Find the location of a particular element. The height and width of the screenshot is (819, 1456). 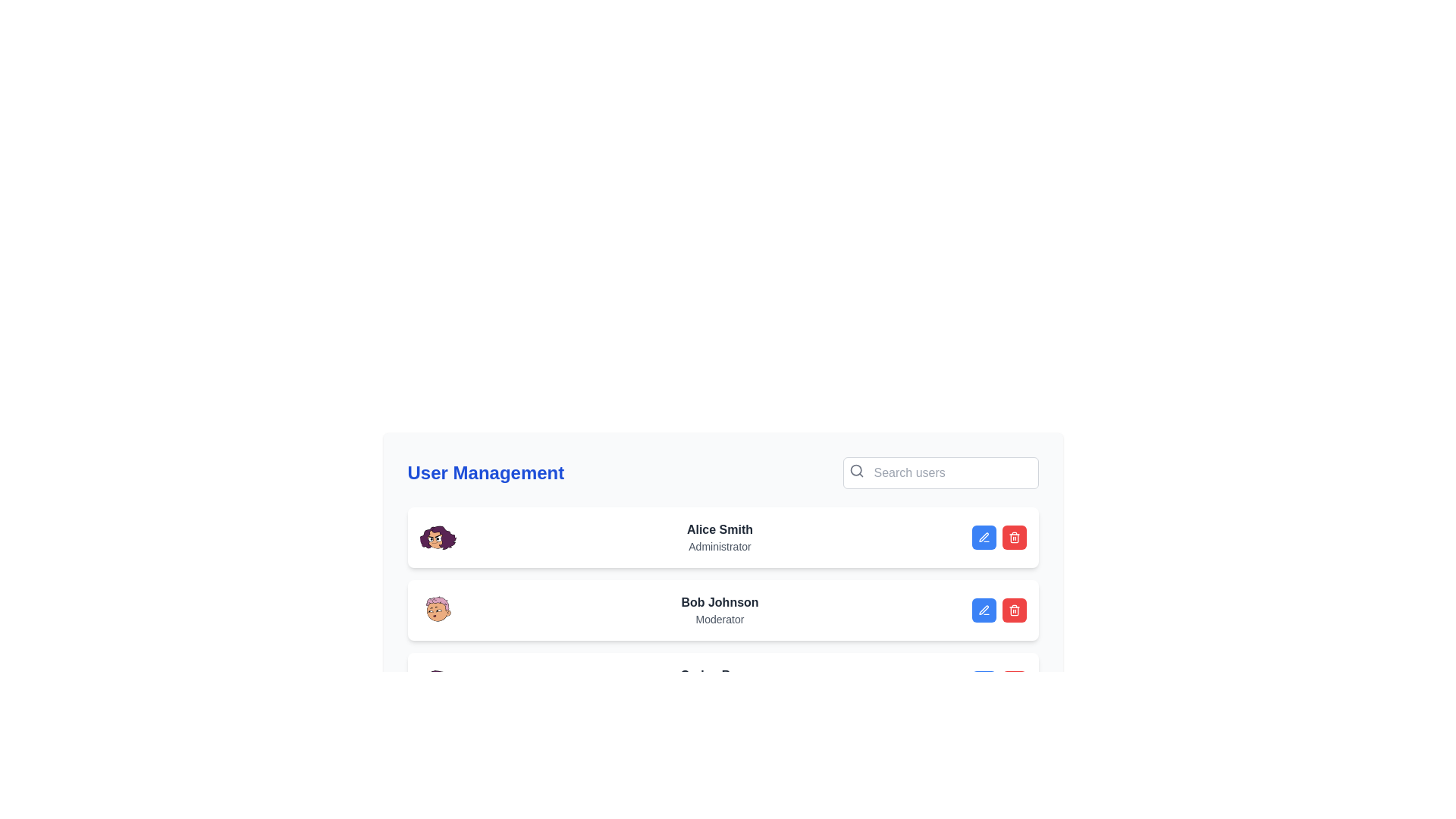

the second user entry in the 'User Management' section is located at coordinates (722, 610).